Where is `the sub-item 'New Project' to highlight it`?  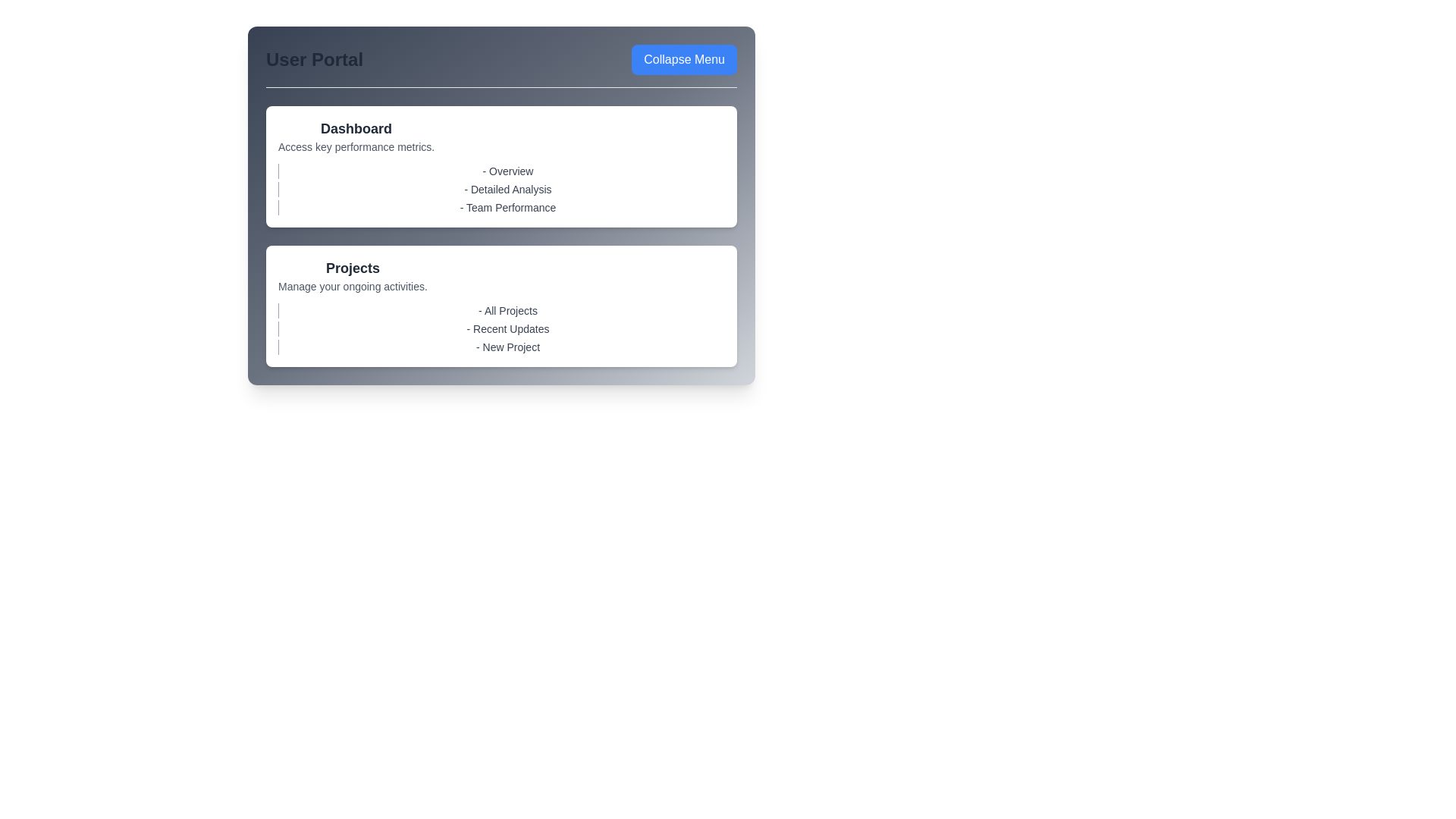
the sub-item 'New Project' to highlight it is located at coordinates (501, 347).